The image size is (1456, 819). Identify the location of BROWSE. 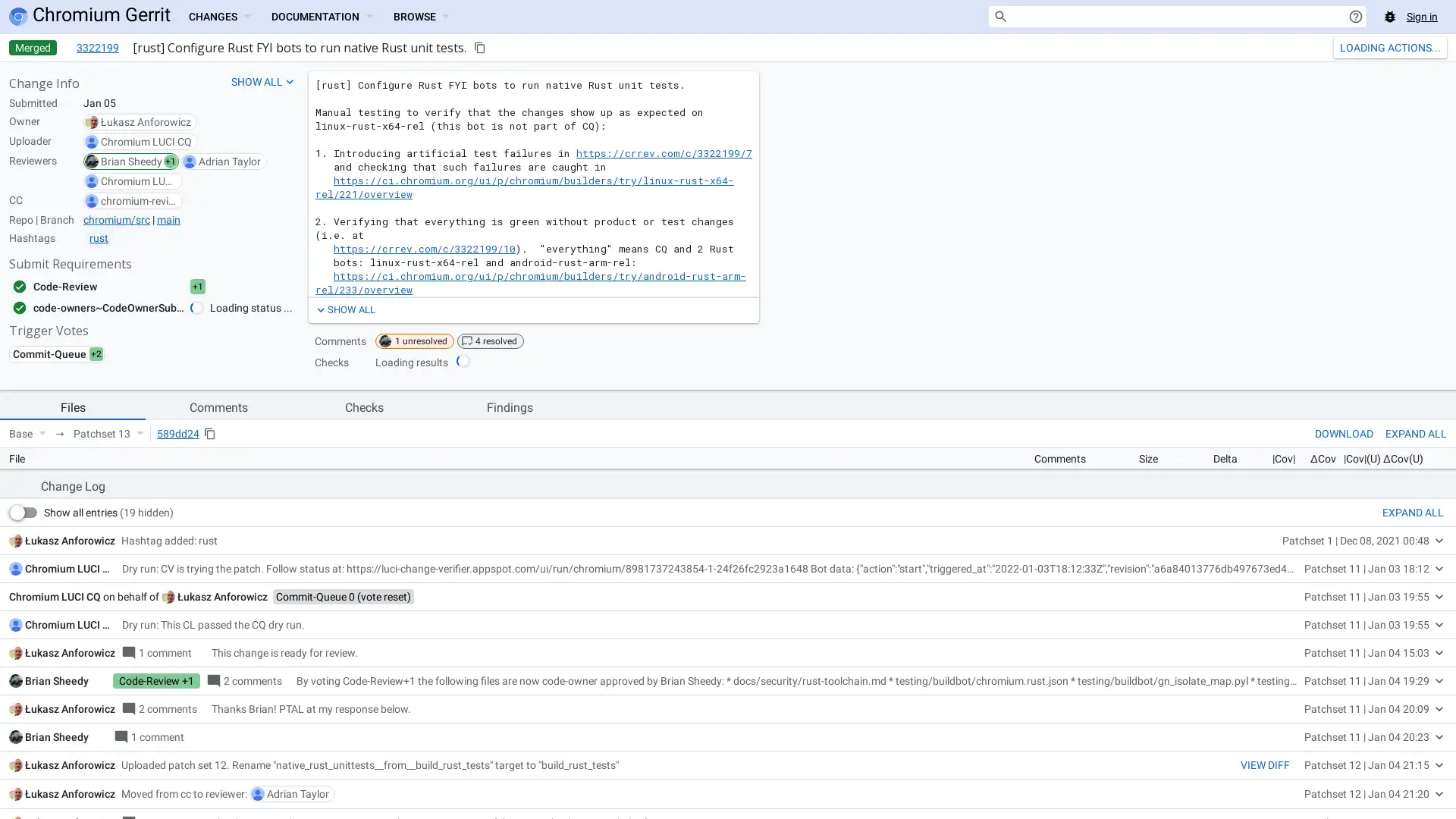
(421, 17).